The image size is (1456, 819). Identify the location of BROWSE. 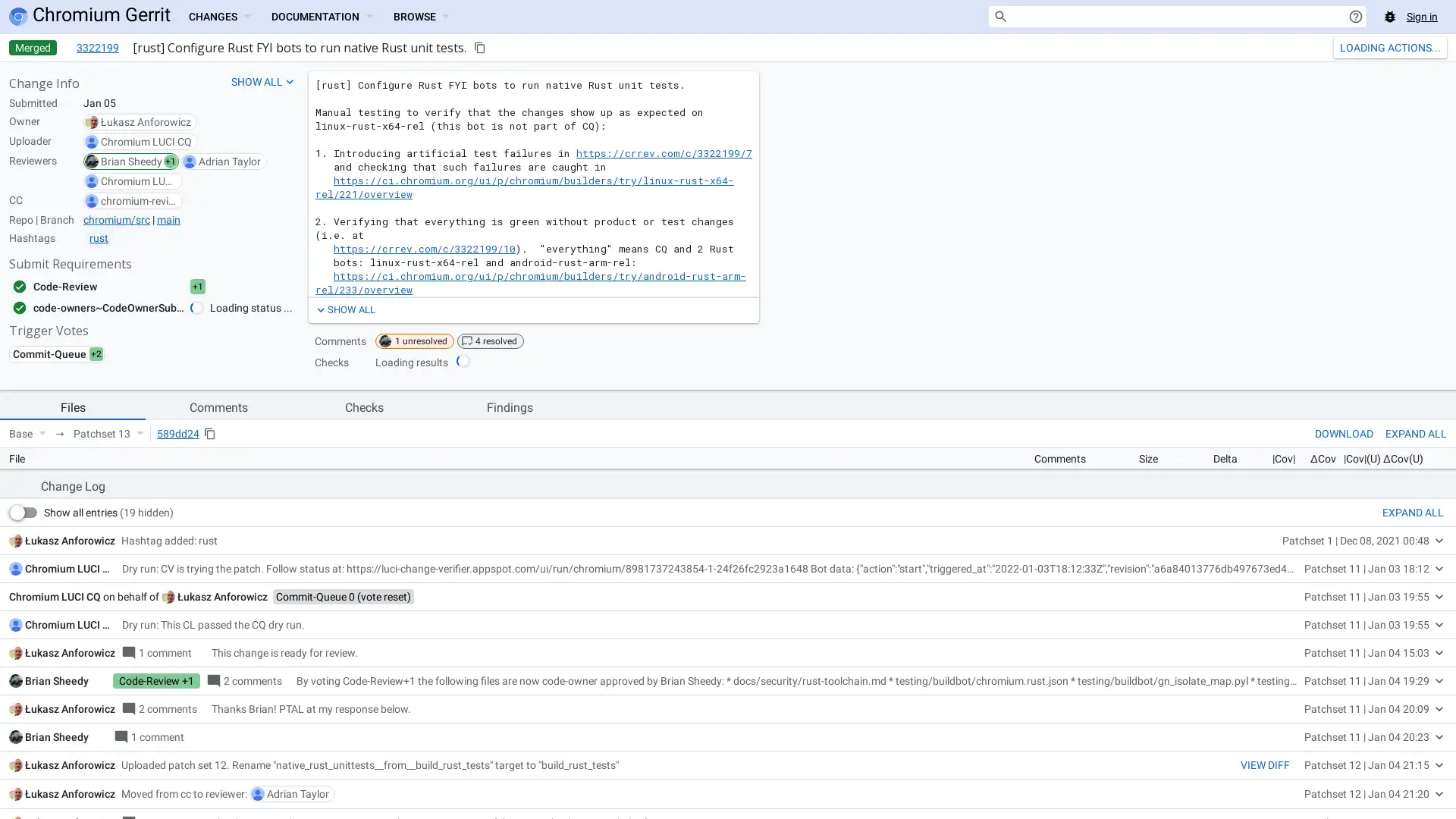
(421, 17).